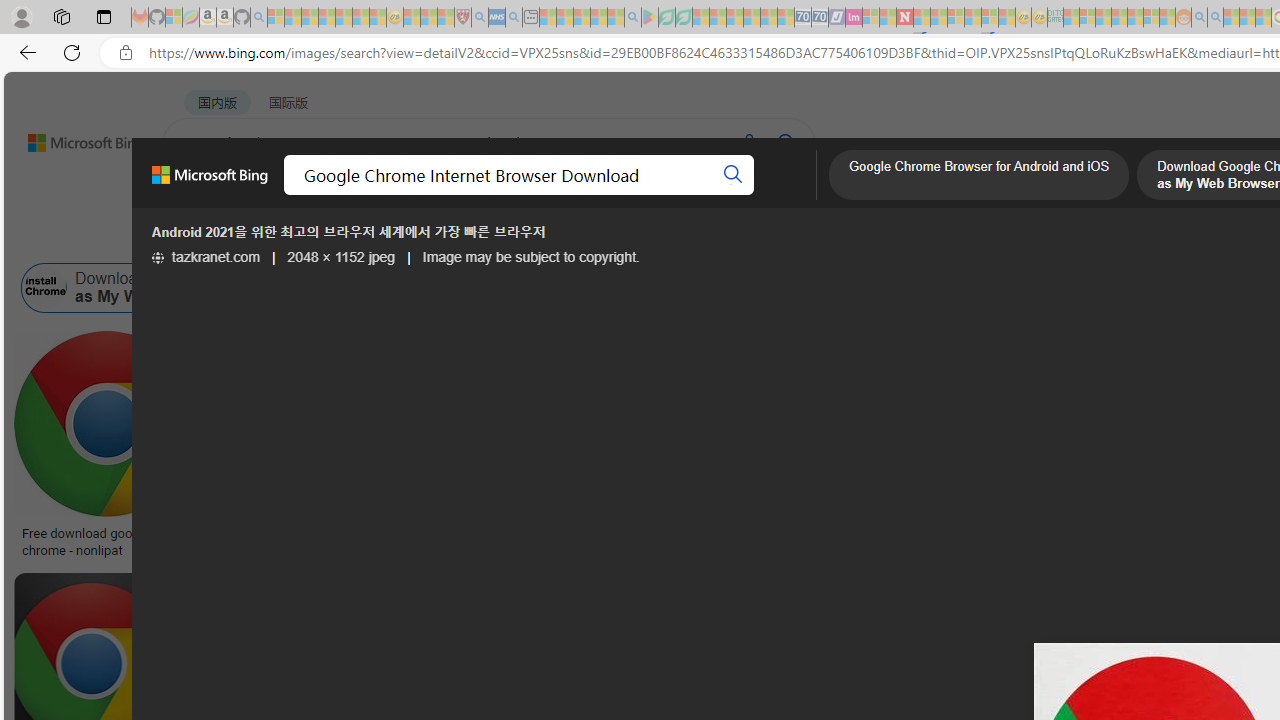  Describe the element at coordinates (903, 17) in the screenshot. I see `'Latest Politics News & Archive | Newsweek.com - Sleeping'` at that location.